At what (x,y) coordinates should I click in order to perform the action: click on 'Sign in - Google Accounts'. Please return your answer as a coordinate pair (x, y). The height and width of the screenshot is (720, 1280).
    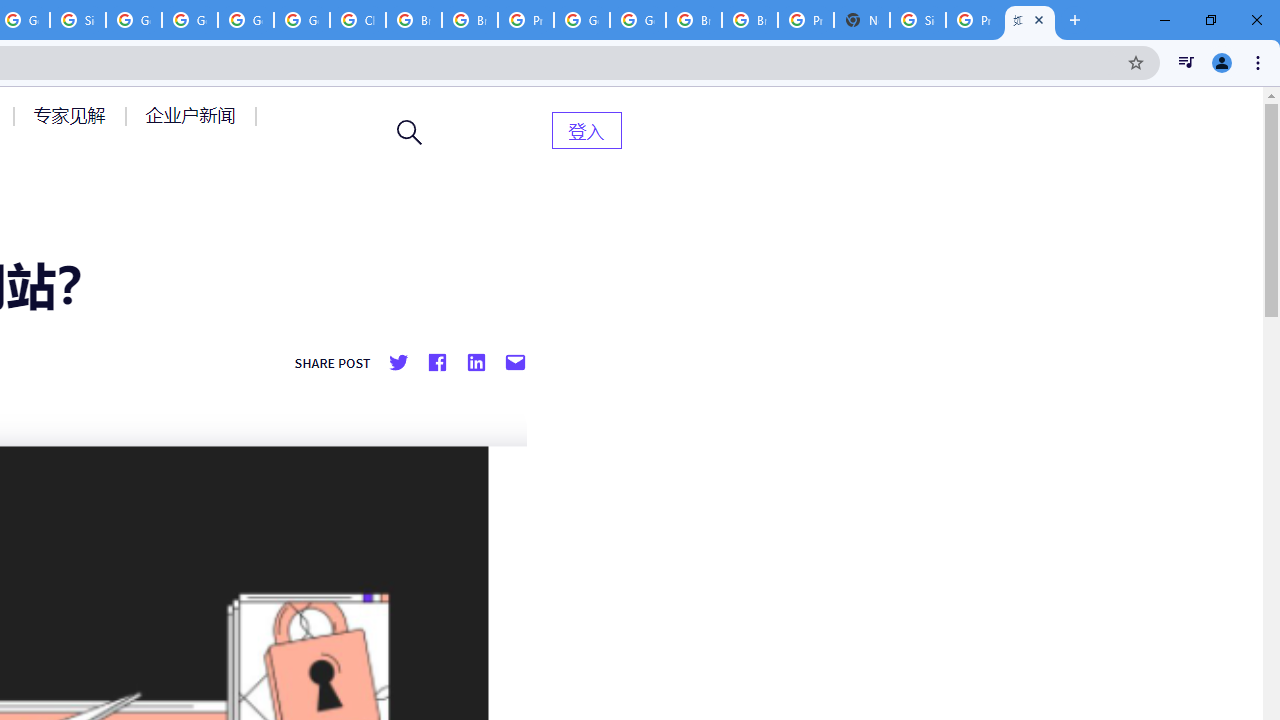
    Looking at the image, I should click on (78, 20).